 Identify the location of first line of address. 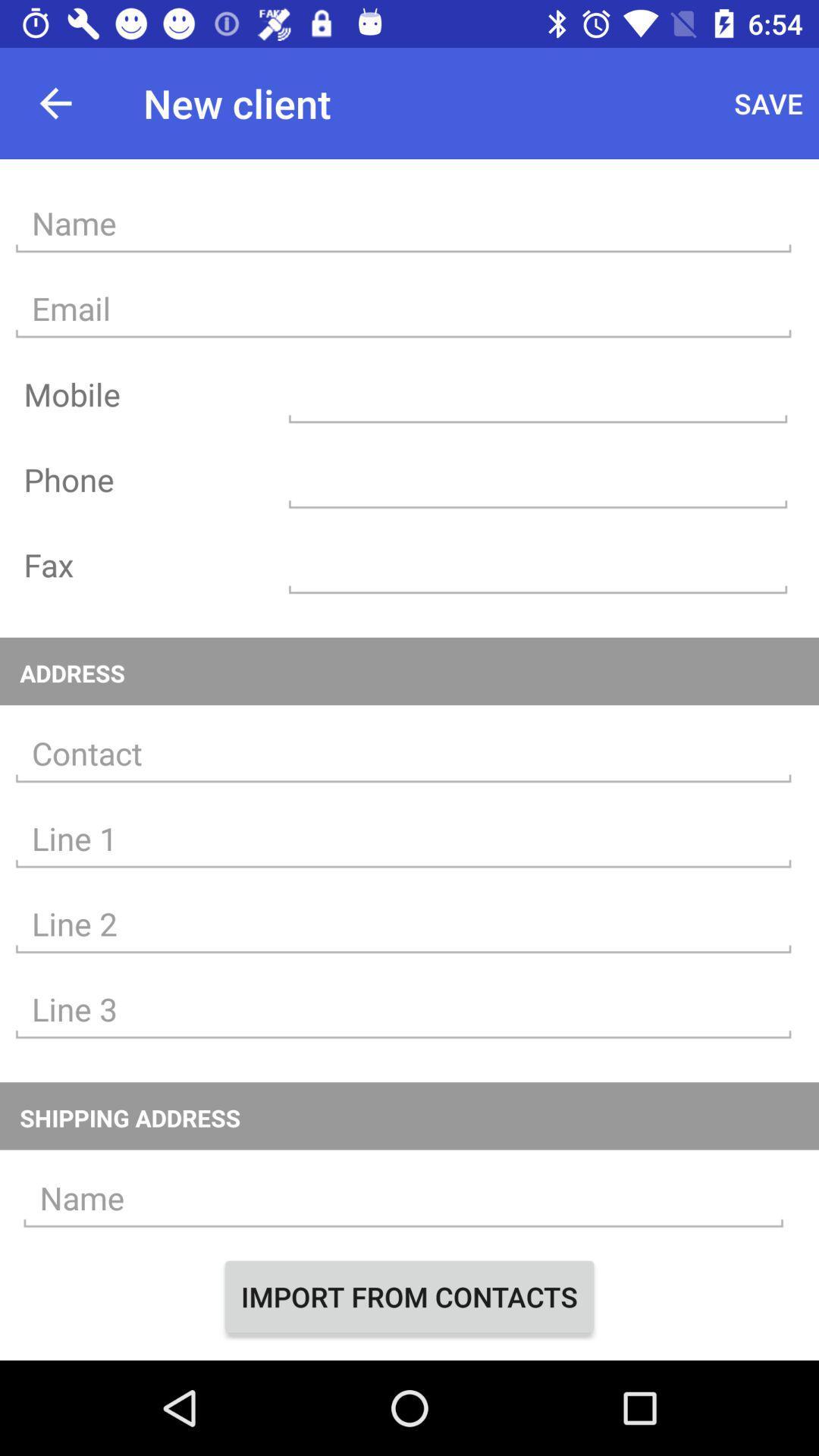
(403, 838).